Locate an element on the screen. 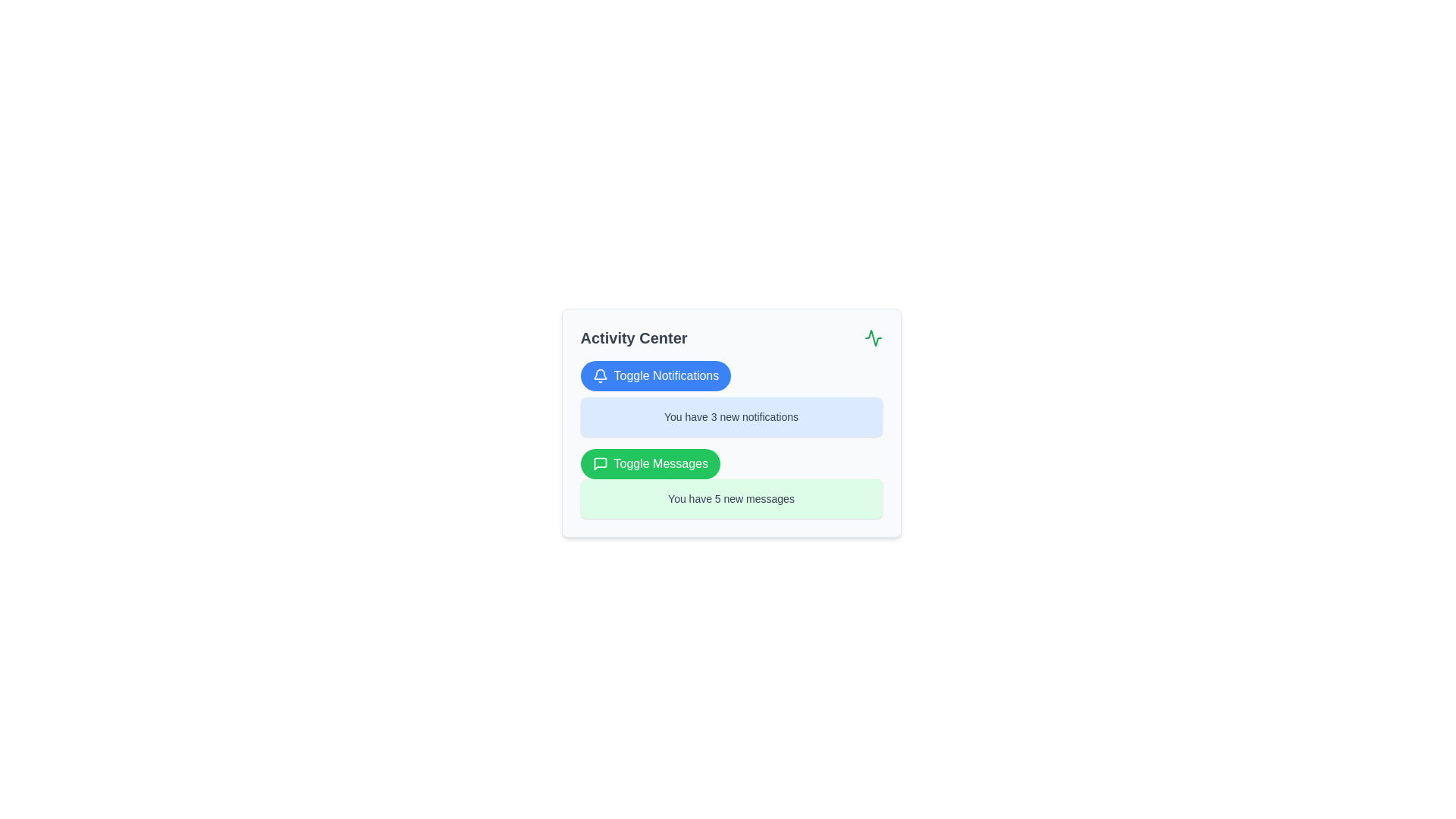  the green stroke icon resembling an activity graph located in the top right corner of the Activity Center card is located at coordinates (873, 337).